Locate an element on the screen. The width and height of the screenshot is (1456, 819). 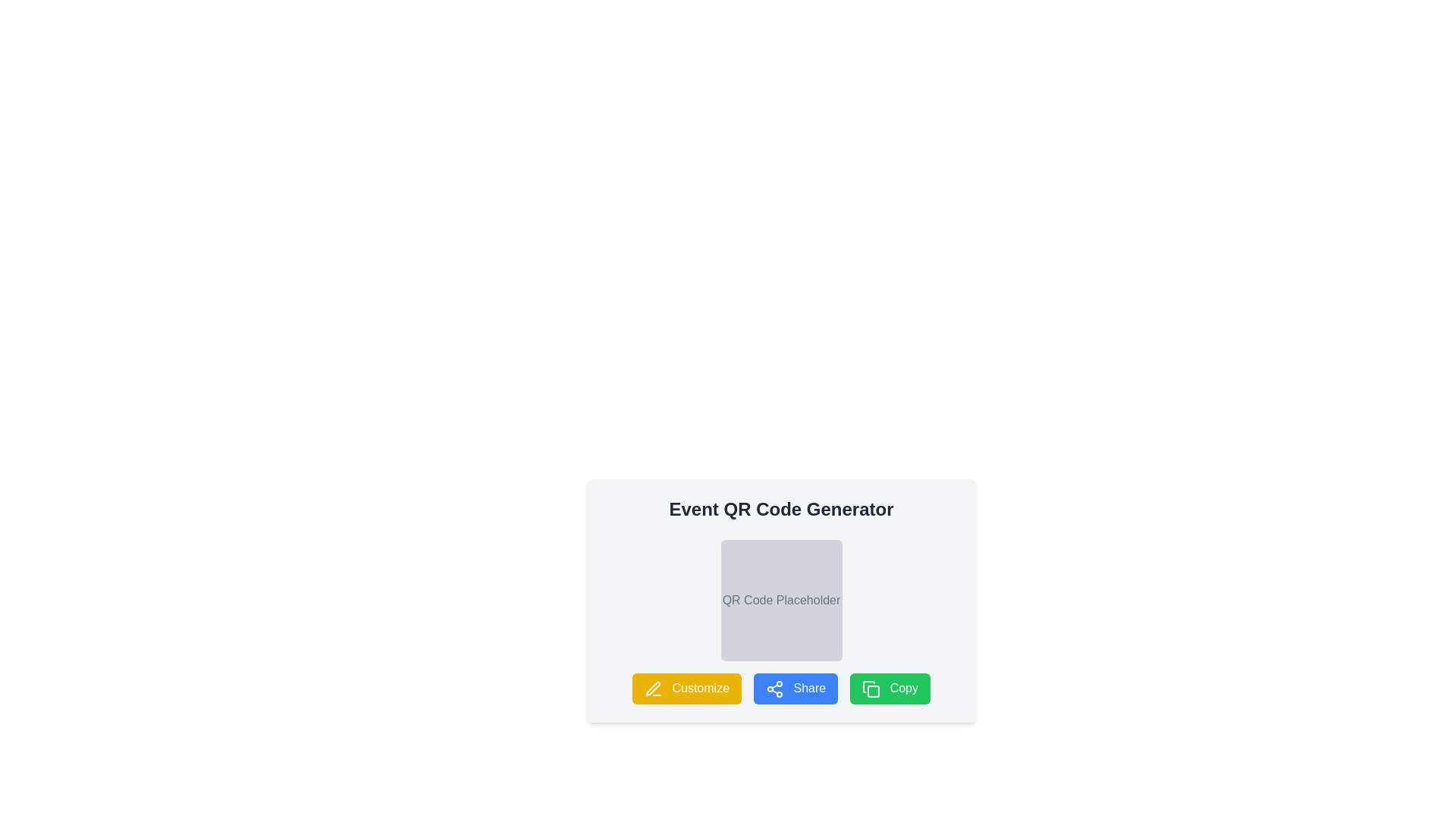
the blue 'Share' button is located at coordinates (781, 689).